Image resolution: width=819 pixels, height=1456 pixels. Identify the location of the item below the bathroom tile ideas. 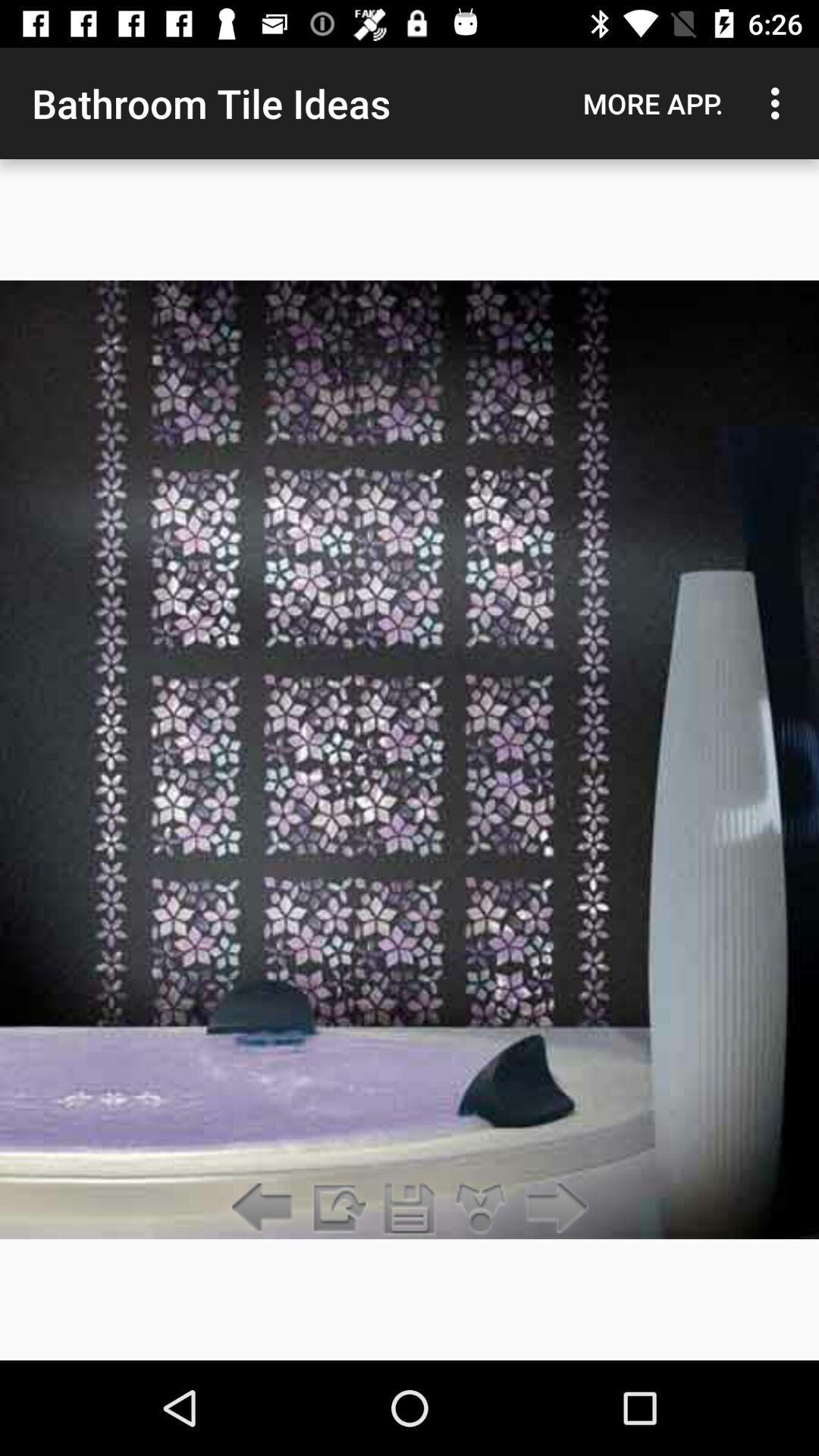
(409, 1208).